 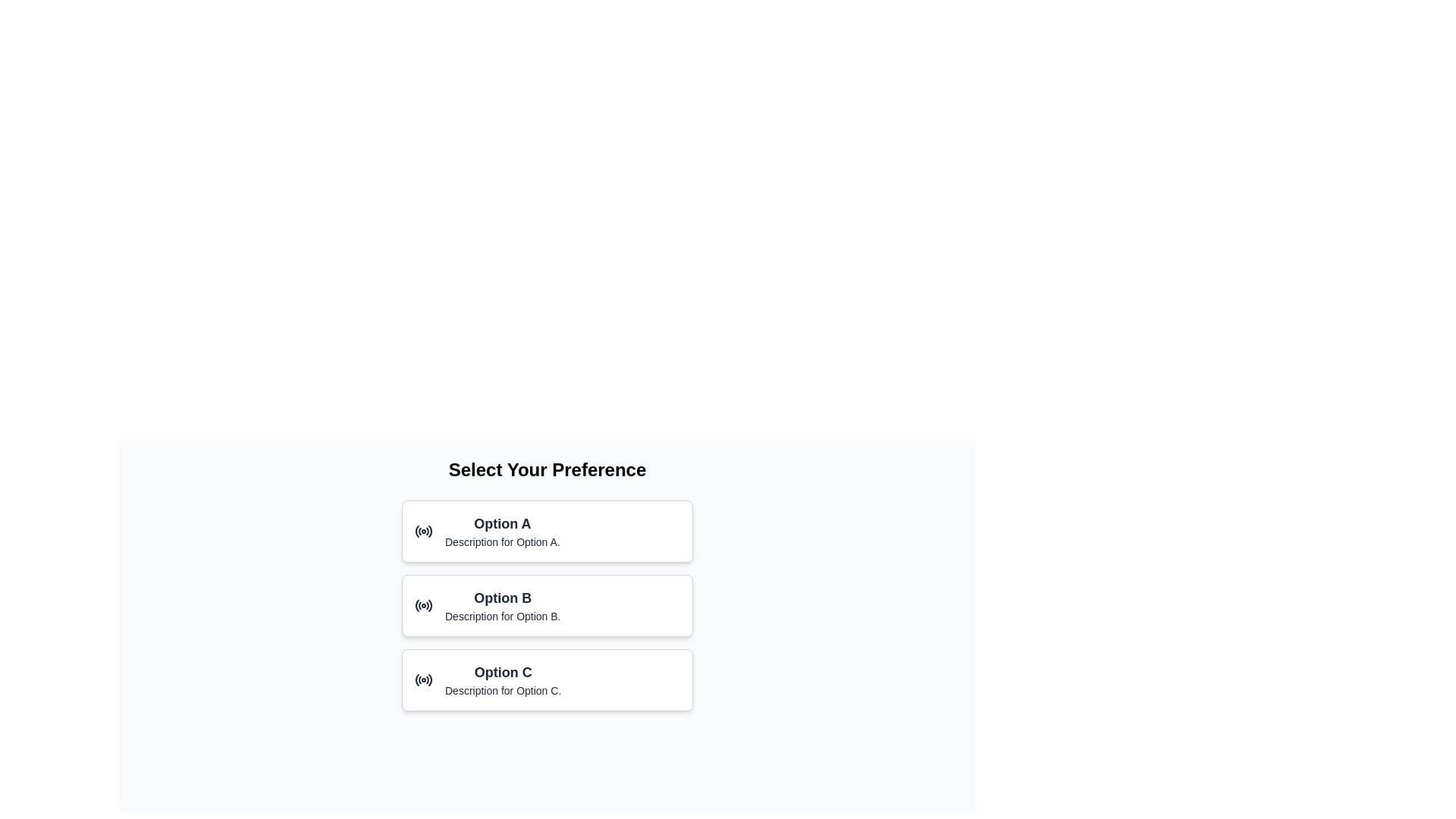 What do you see at coordinates (546, 679) in the screenshot?
I see `the 'Option C' radio selection card, which is the third option in a vertical list of selection cards` at bounding box center [546, 679].